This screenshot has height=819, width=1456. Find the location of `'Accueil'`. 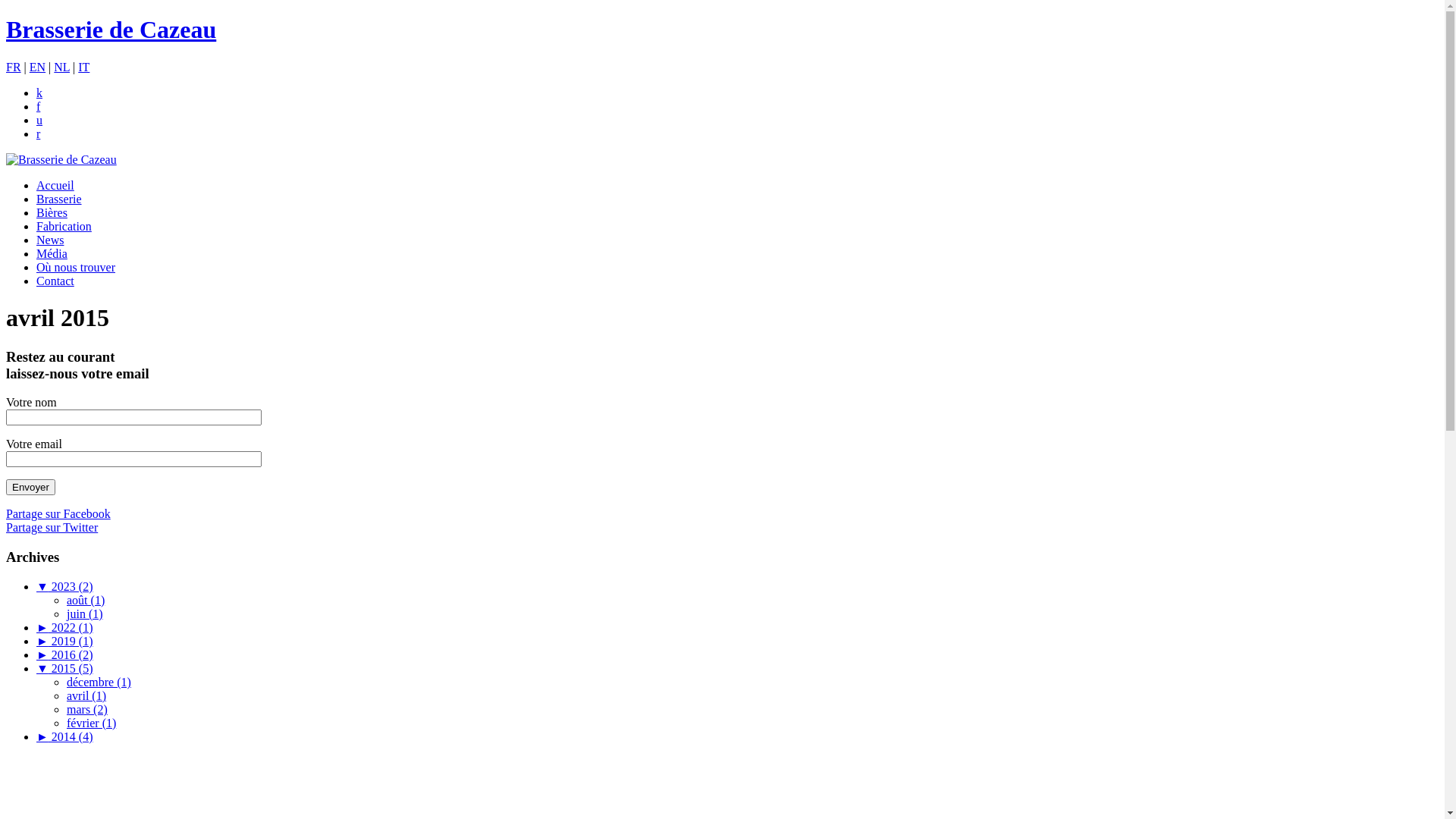

'Accueil' is located at coordinates (55, 184).